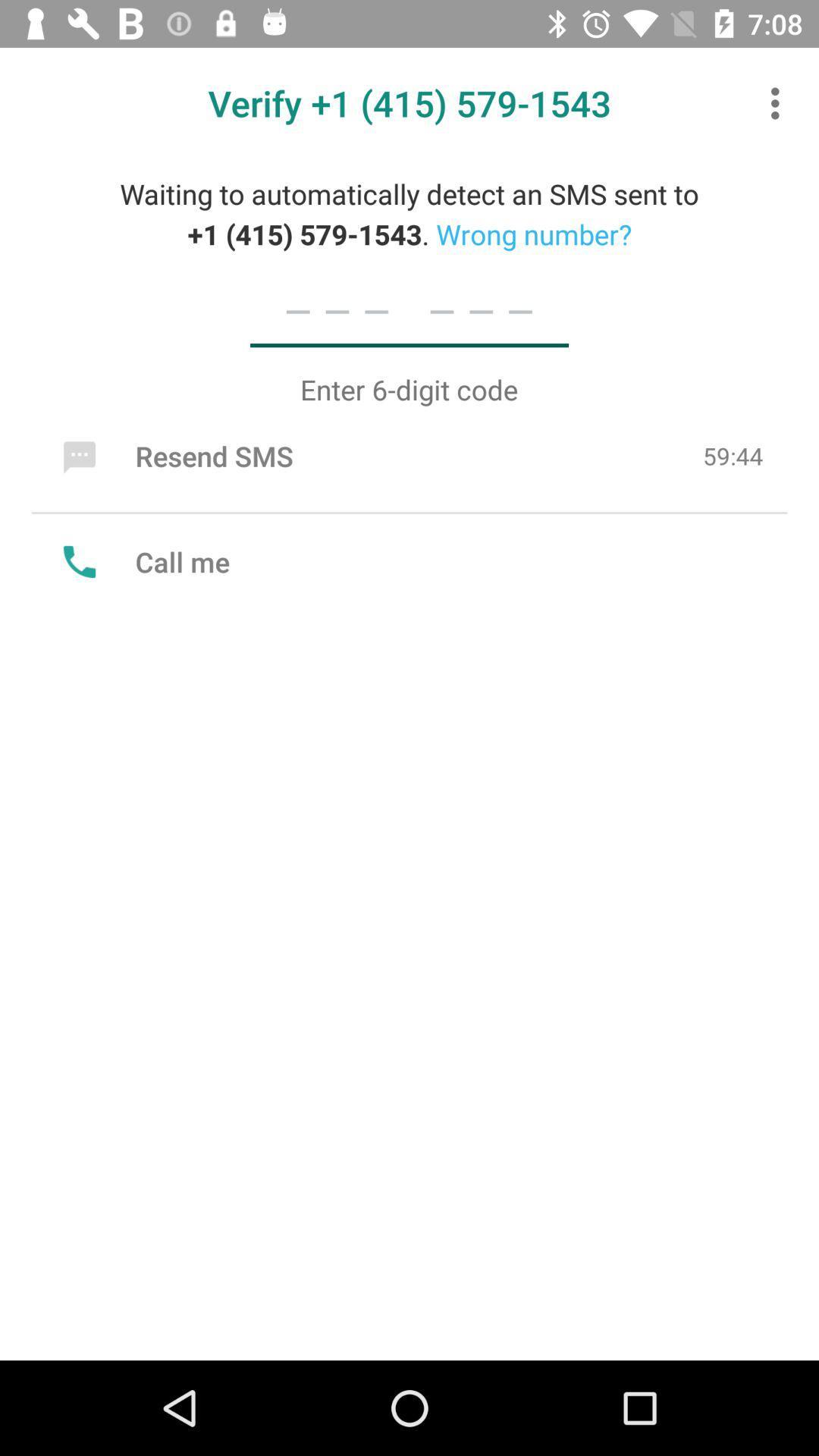  I want to click on the icon on the left, so click(143, 560).